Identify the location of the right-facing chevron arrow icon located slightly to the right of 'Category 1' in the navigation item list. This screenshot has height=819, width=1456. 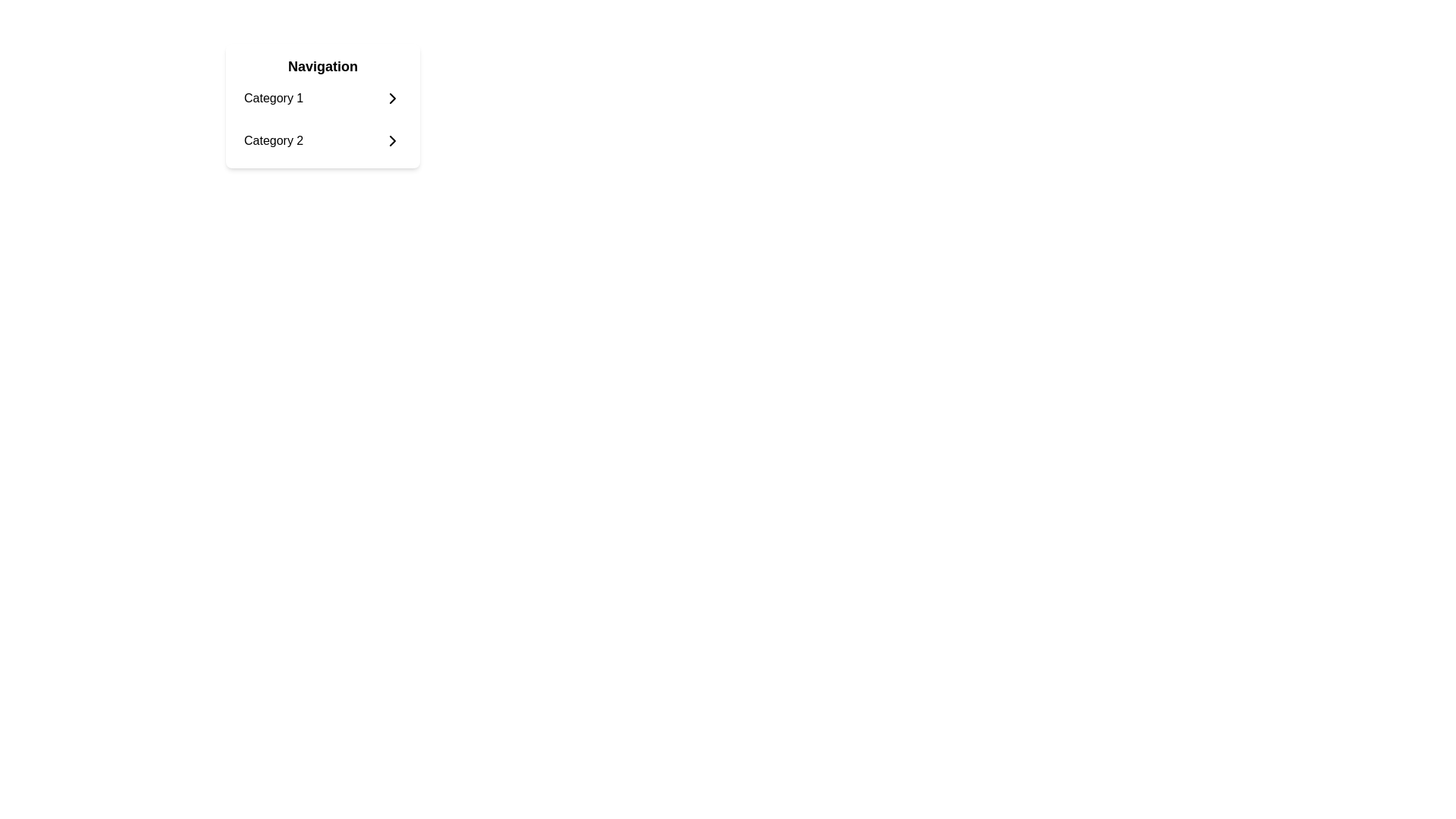
(393, 99).